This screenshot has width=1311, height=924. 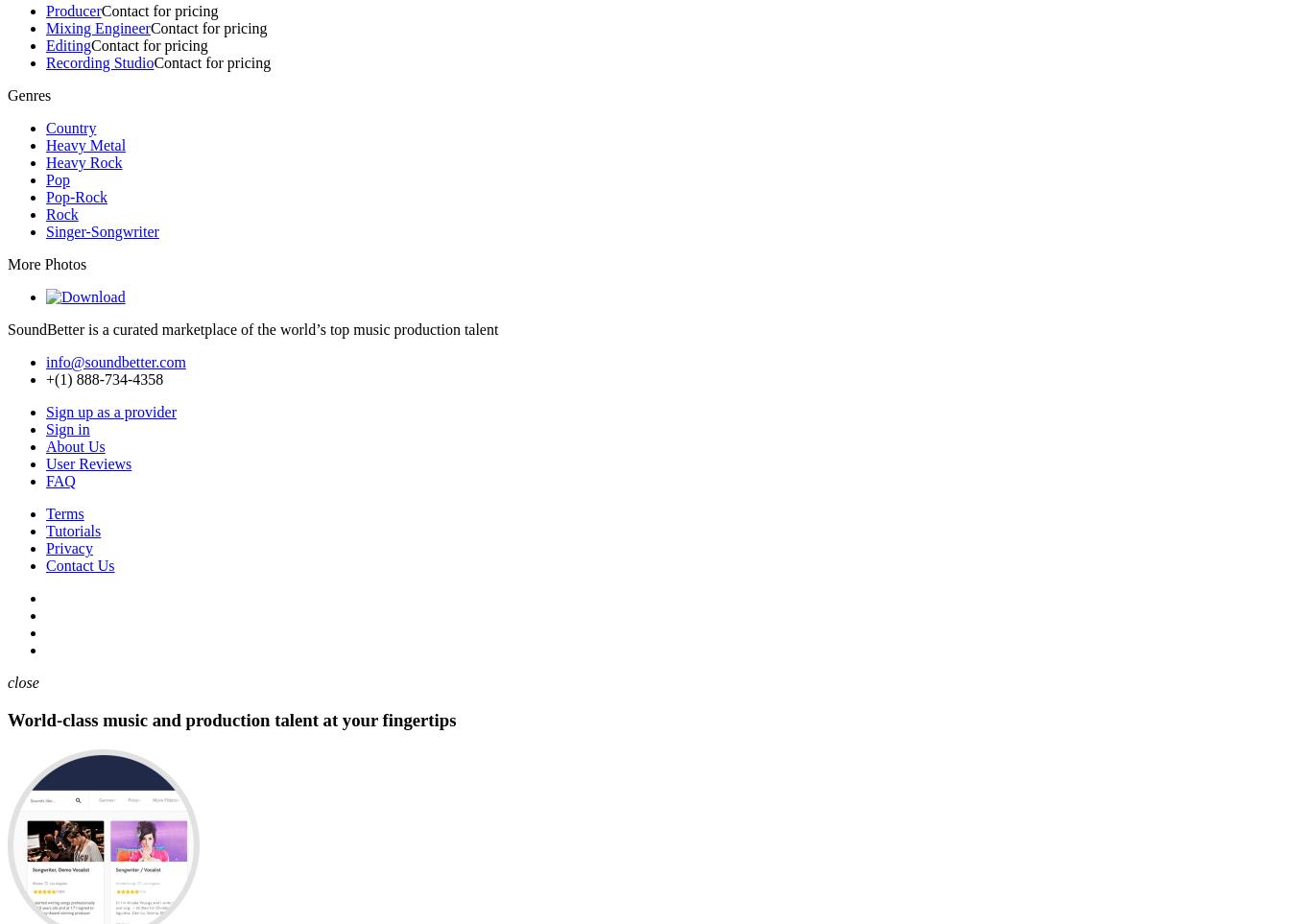 I want to click on 'Sign up as a provider', so click(x=45, y=412).